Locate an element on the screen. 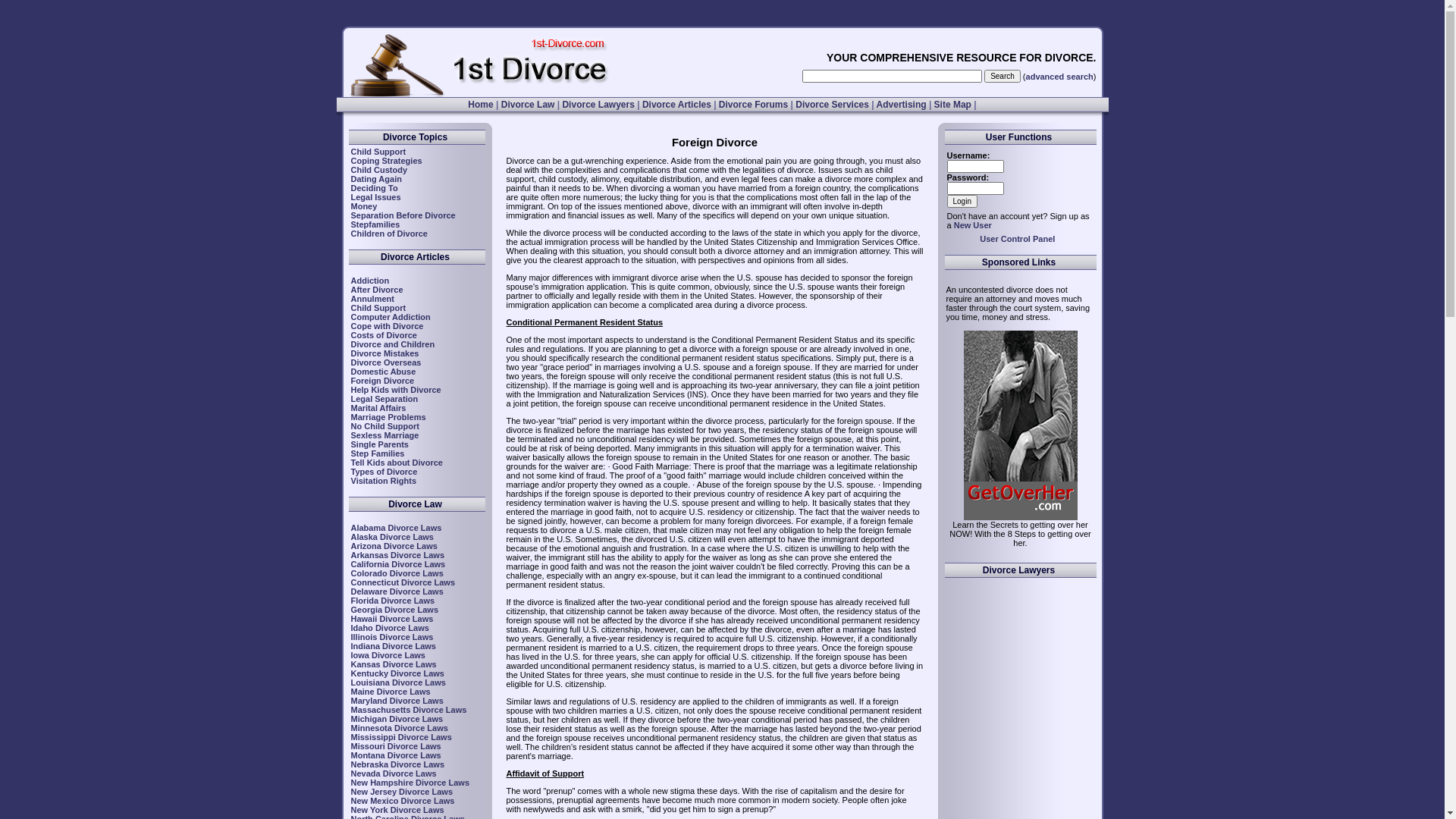 The height and width of the screenshot is (819, 1456). 'No Child Support' is located at coordinates (349, 426).